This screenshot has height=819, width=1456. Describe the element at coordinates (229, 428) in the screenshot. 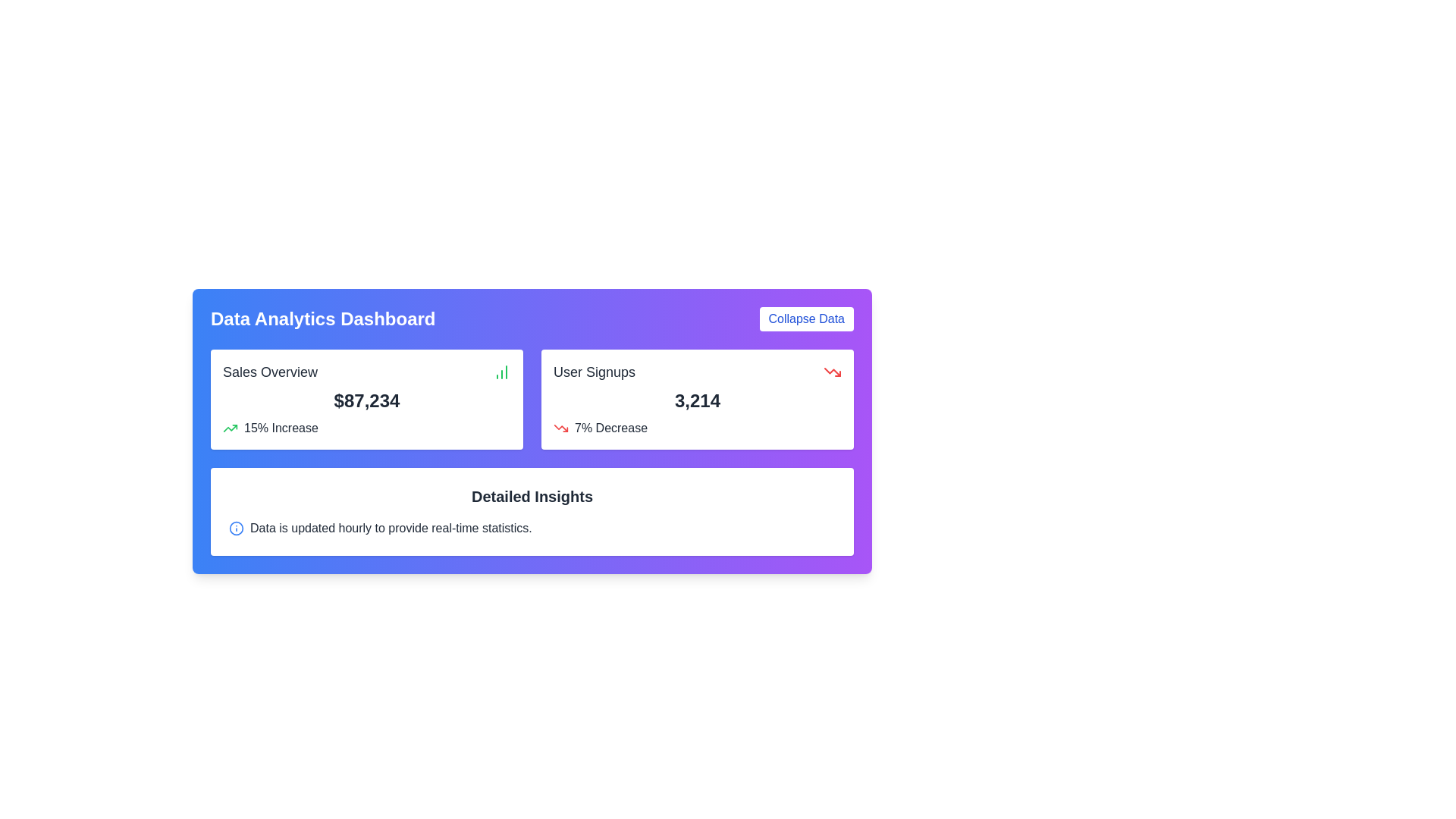

I see `the upward trend icon associated with the '15% Increase' label, located in the Sales Overview section of the dashboard` at that location.